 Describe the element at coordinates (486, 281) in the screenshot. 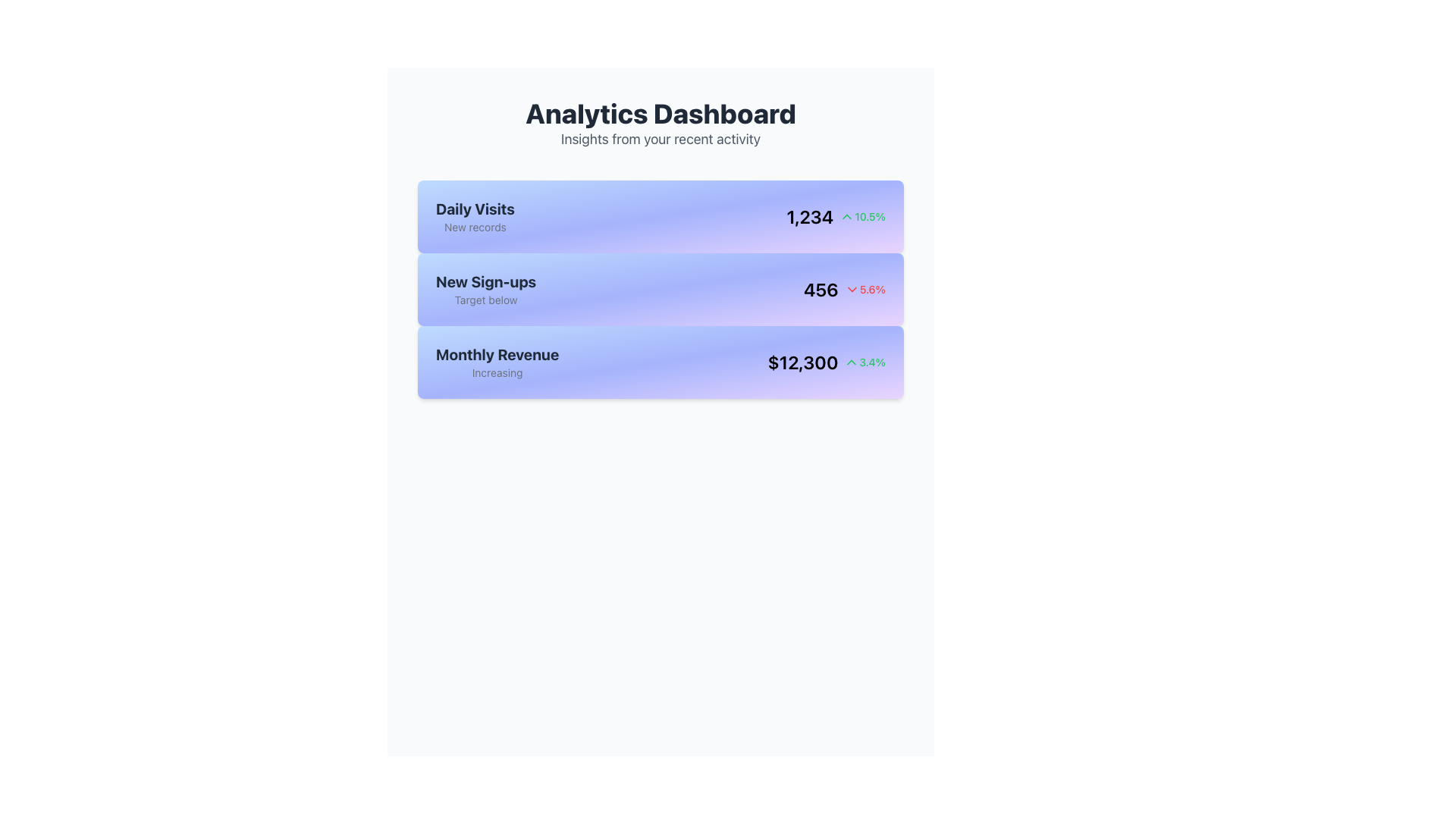

I see `heading title text for the 'New Sign-ups' section located in the middle section of the analytics dashboard, positioned between the 'Daily Visits' section and the 'Target below' subtitle` at that location.